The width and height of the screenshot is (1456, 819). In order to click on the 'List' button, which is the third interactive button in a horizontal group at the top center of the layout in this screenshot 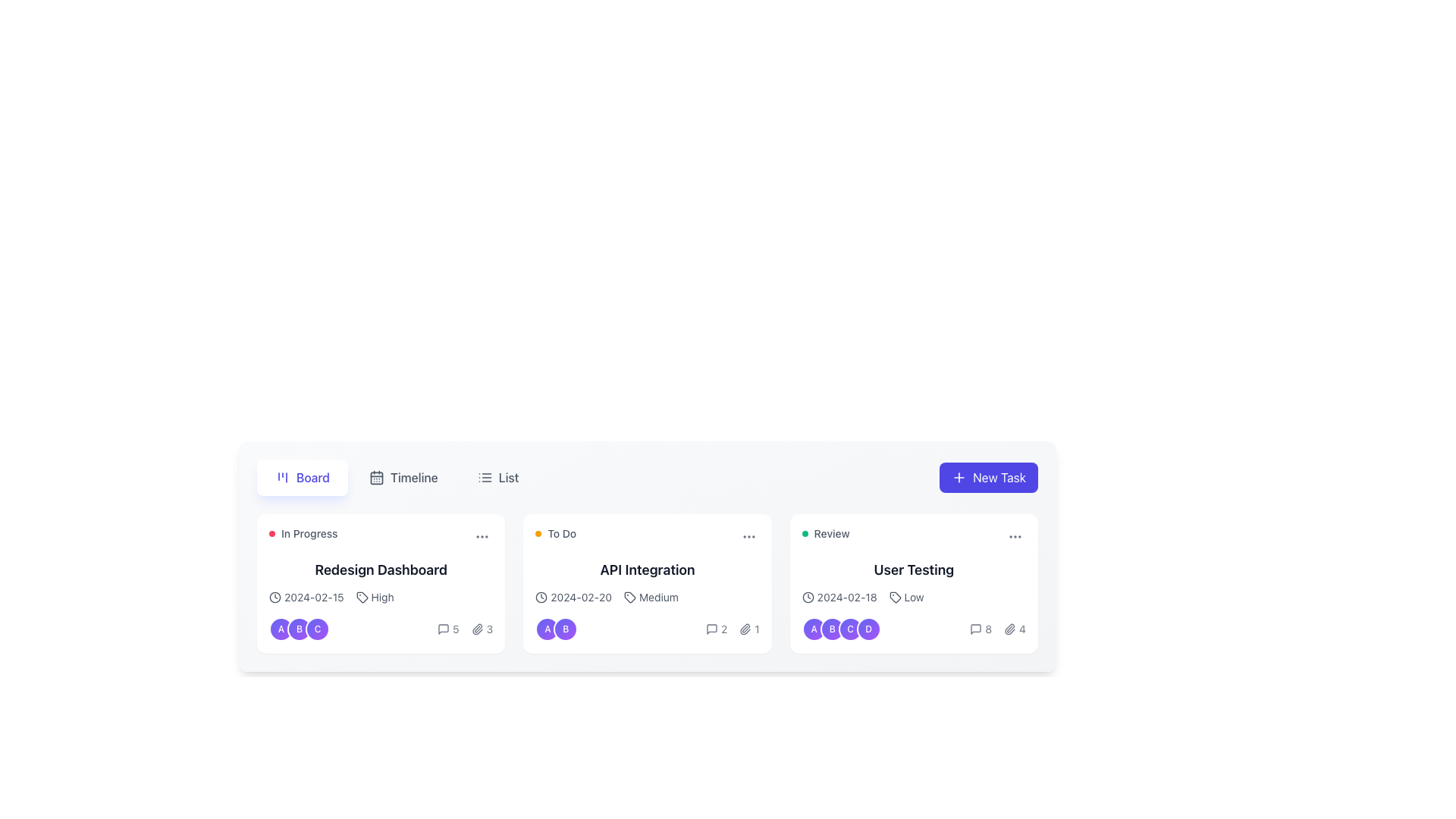, I will do `click(498, 476)`.